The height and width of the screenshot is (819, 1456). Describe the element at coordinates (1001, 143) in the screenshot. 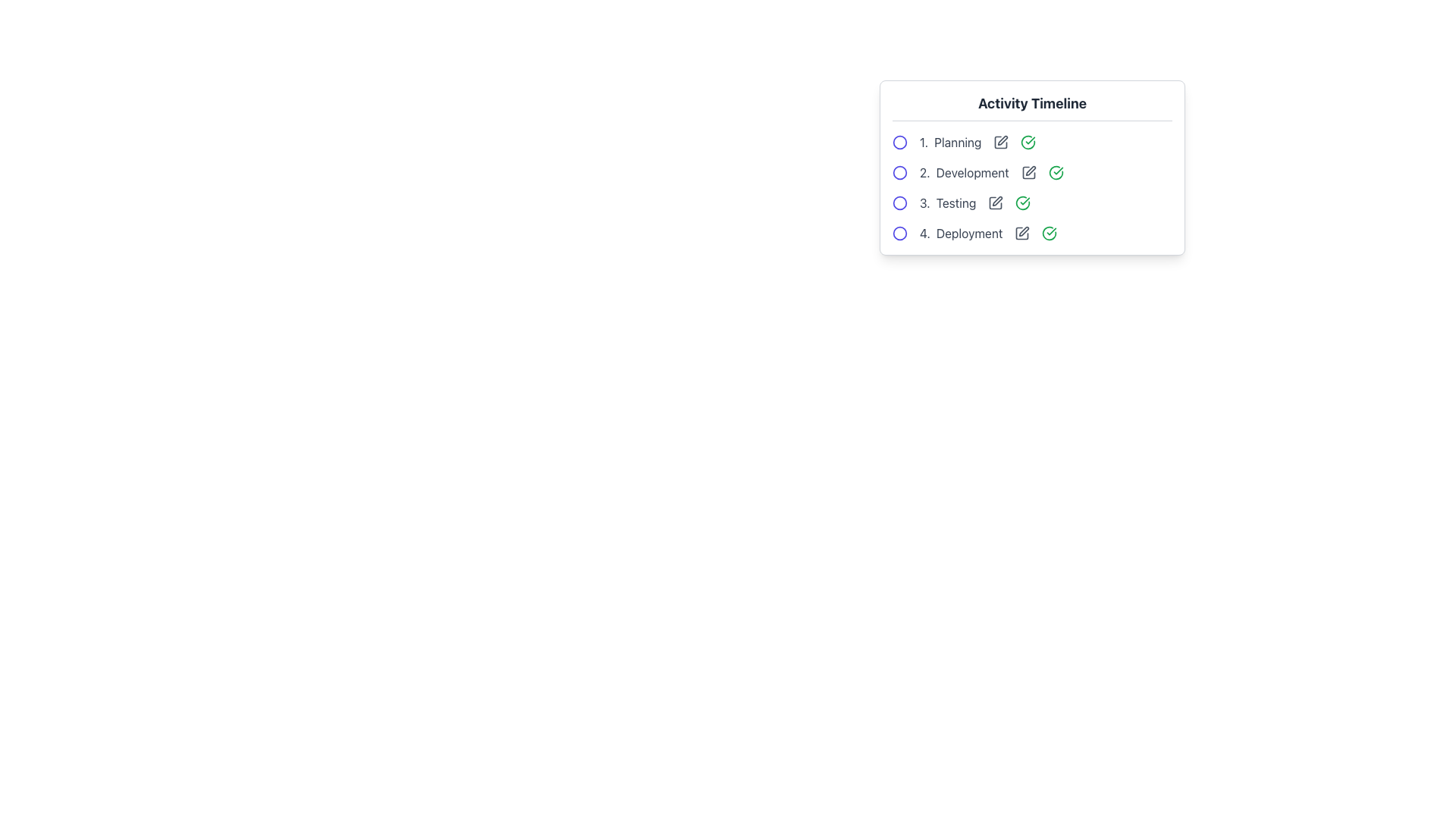

I see `the pen icon next to the text '1. Planning' in the 'Activity Timeline' table to visualize the hover effects` at that location.